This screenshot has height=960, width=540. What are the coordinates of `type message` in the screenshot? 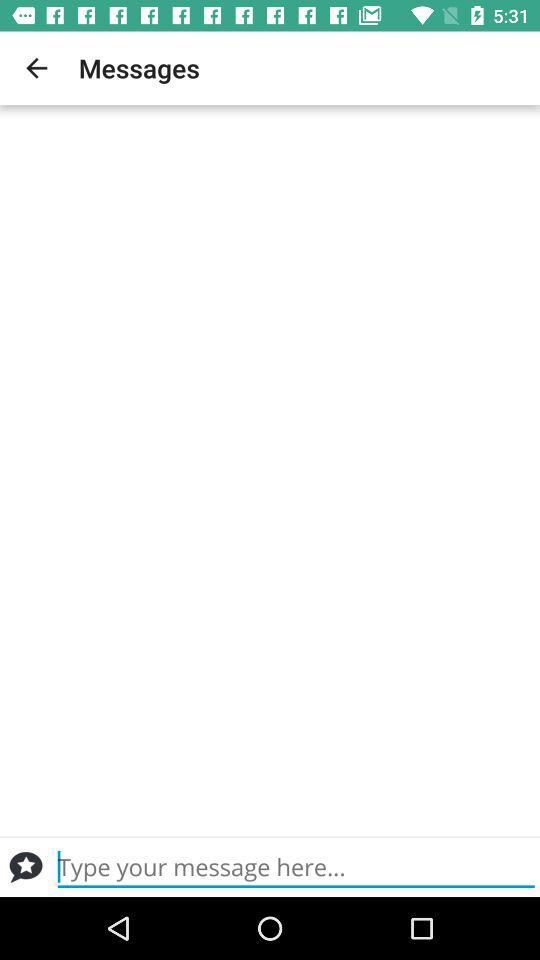 It's located at (295, 866).